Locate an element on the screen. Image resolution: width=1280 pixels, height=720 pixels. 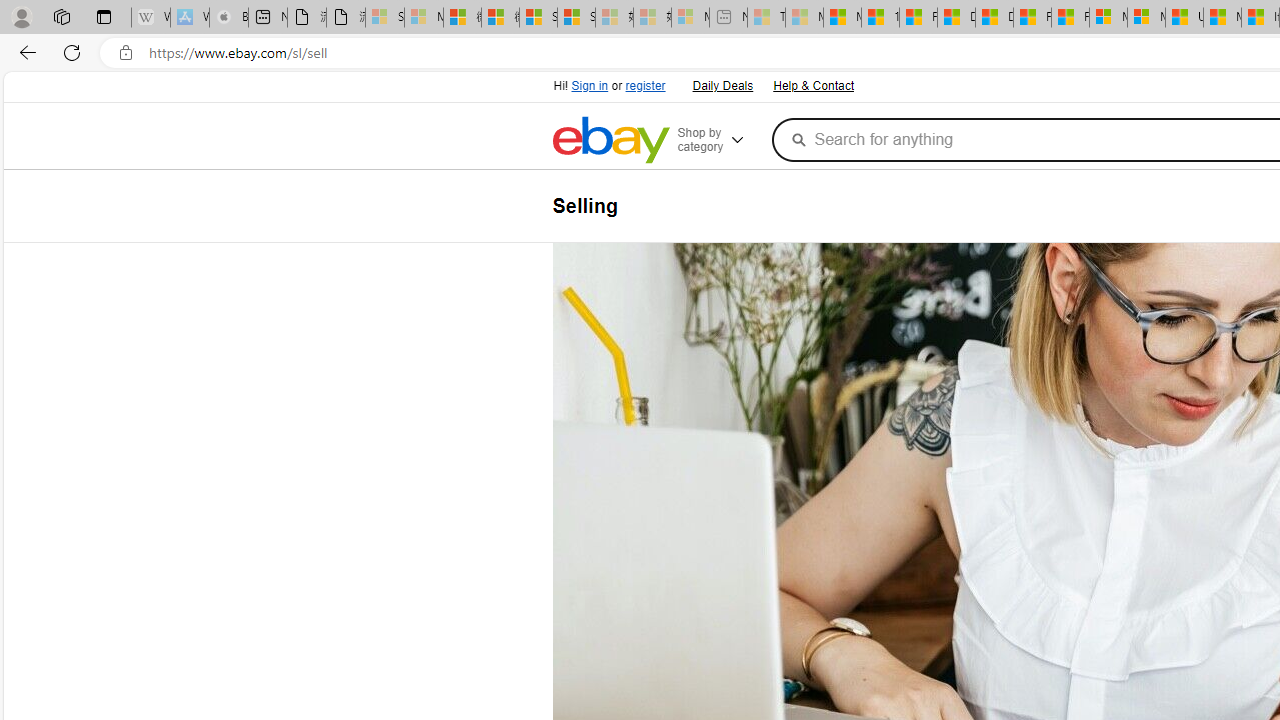
'Shop by category' is located at coordinates (720, 139).